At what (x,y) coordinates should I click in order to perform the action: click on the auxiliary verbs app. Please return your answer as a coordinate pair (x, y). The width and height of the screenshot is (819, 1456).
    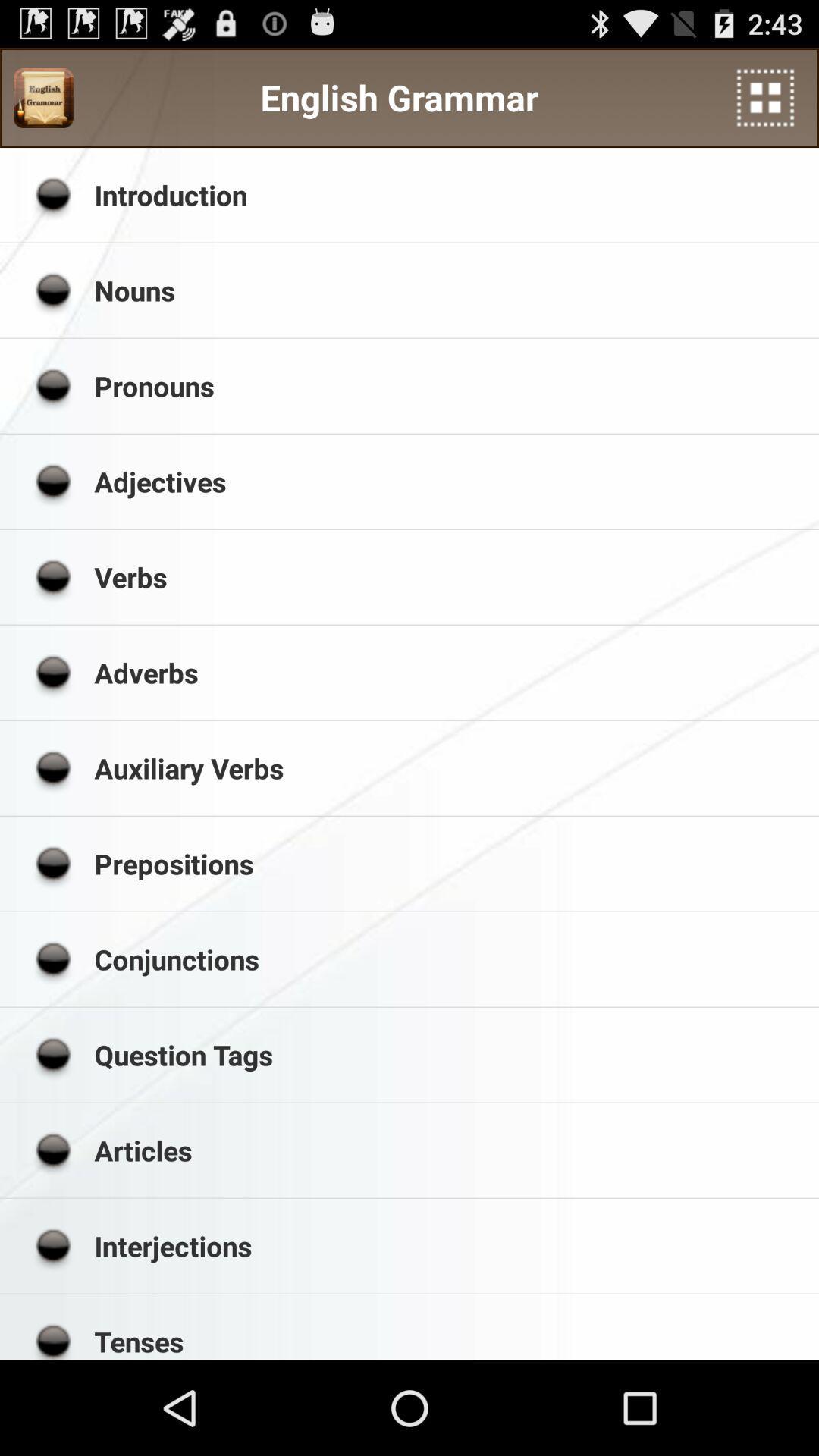
    Looking at the image, I should click on (450, 768).